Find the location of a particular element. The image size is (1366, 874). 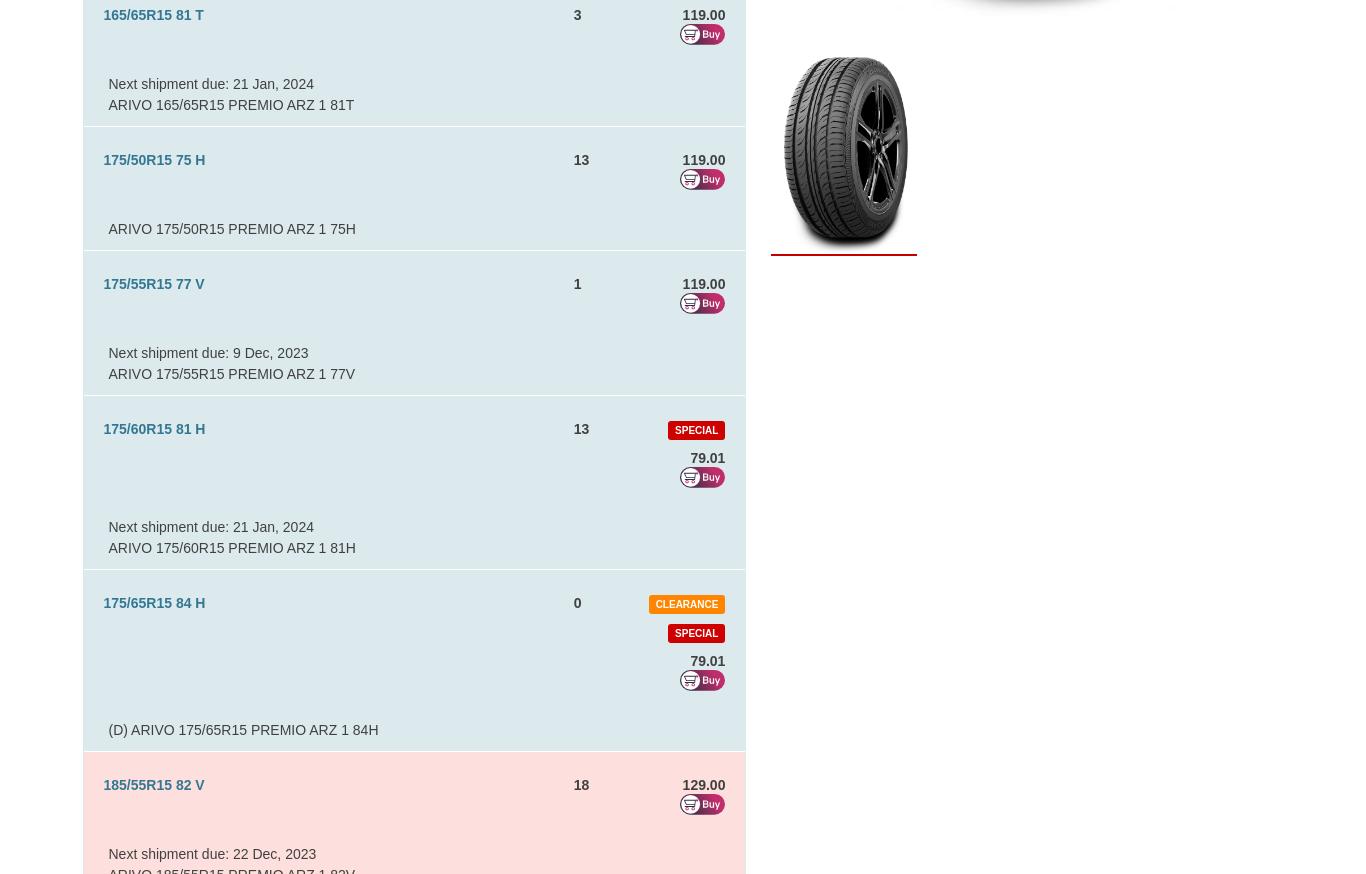

'(D) ARIVO 175/65R15 PREMIO ARZ 1 84H' is located at coordinates (108, 728).